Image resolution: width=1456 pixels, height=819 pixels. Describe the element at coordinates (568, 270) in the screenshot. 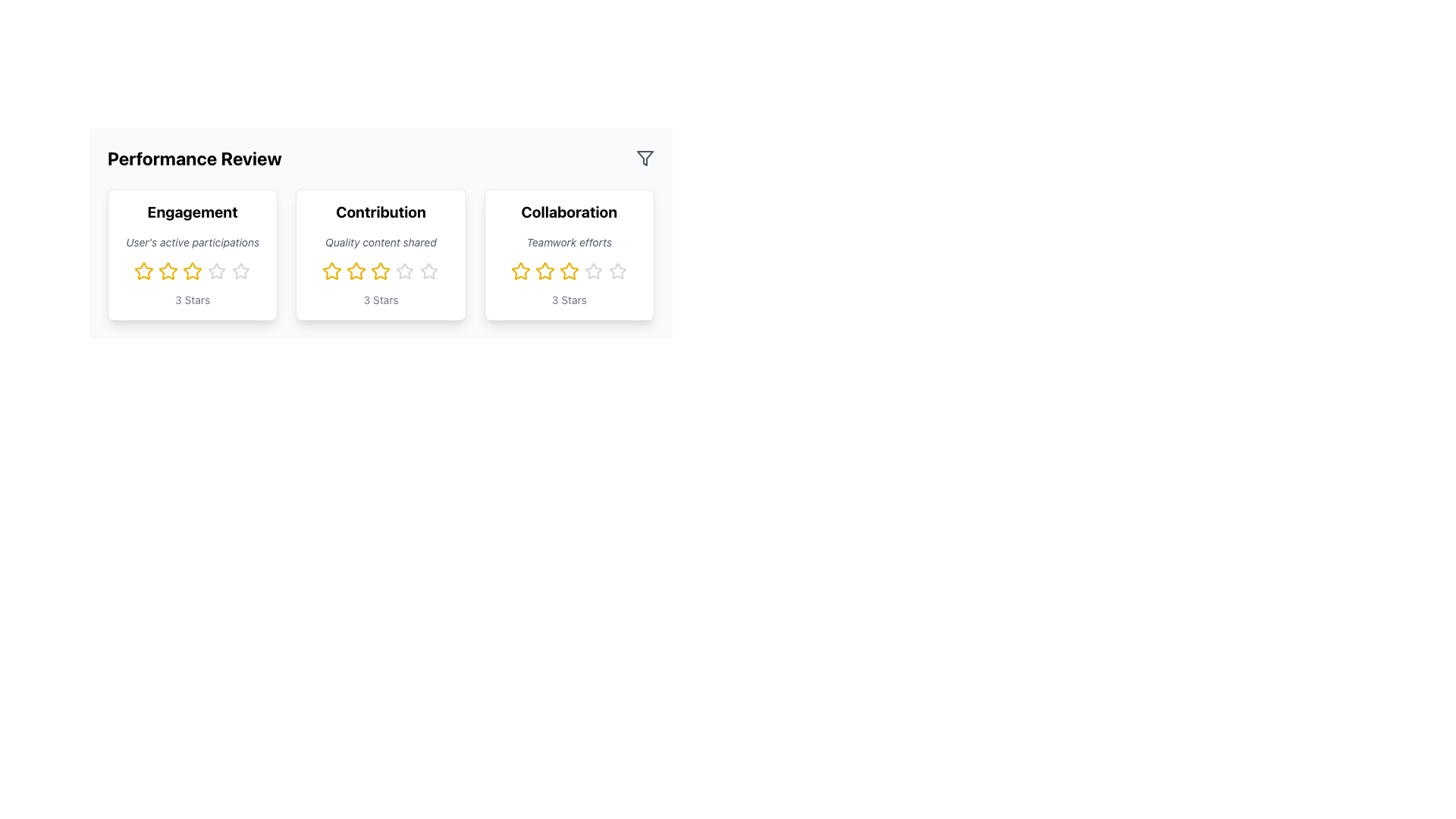

I see `the vibrant yellow outlined star icon in the 'Collaboration' card under 'Teamwork efforts' to give or modify a rating` at that location.